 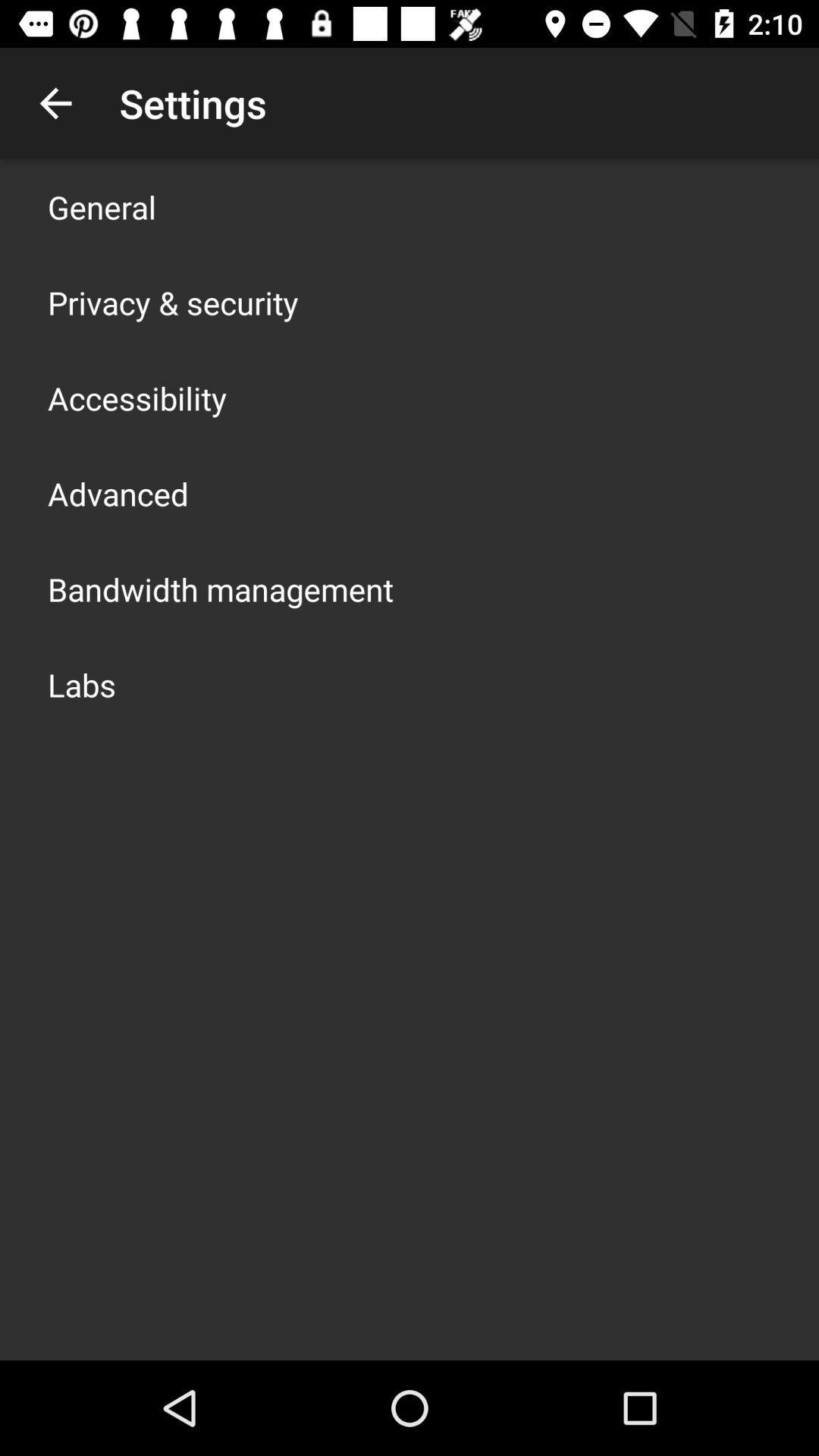 I want to click on the app below the privacy & security item, so click(x=137, y=397).